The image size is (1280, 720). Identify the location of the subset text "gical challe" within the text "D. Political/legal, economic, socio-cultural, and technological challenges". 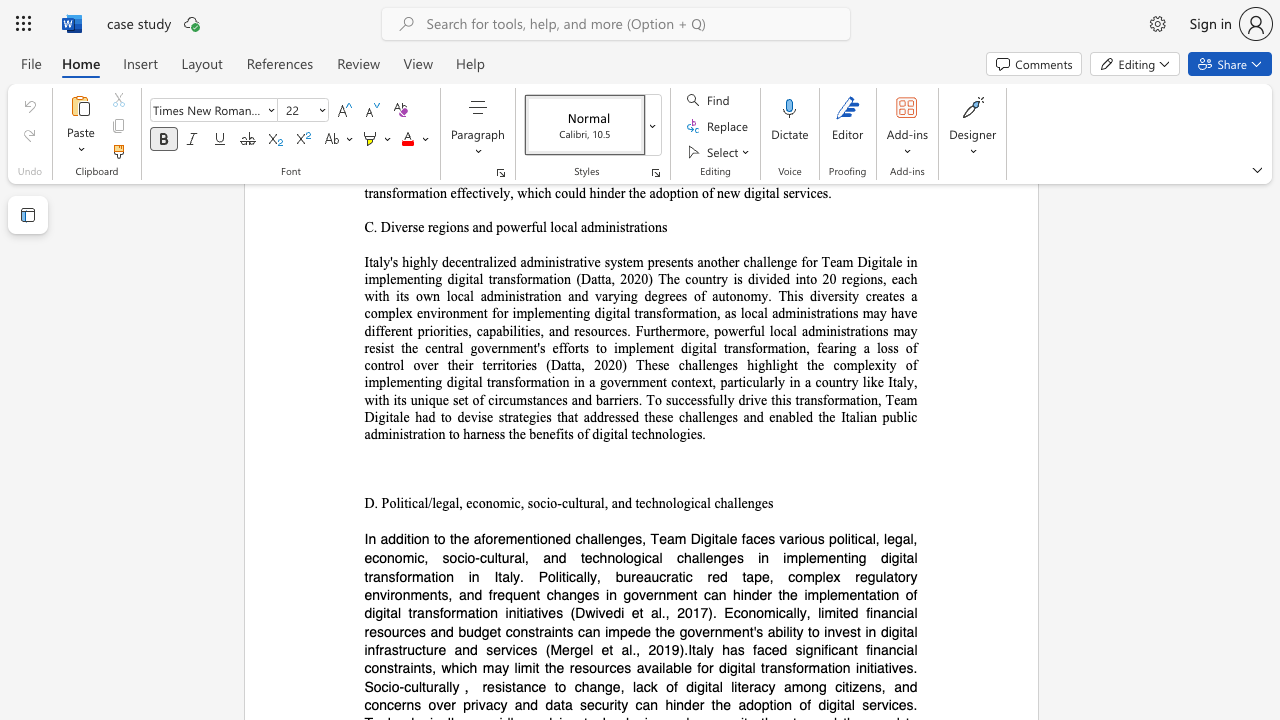
(683, 502).